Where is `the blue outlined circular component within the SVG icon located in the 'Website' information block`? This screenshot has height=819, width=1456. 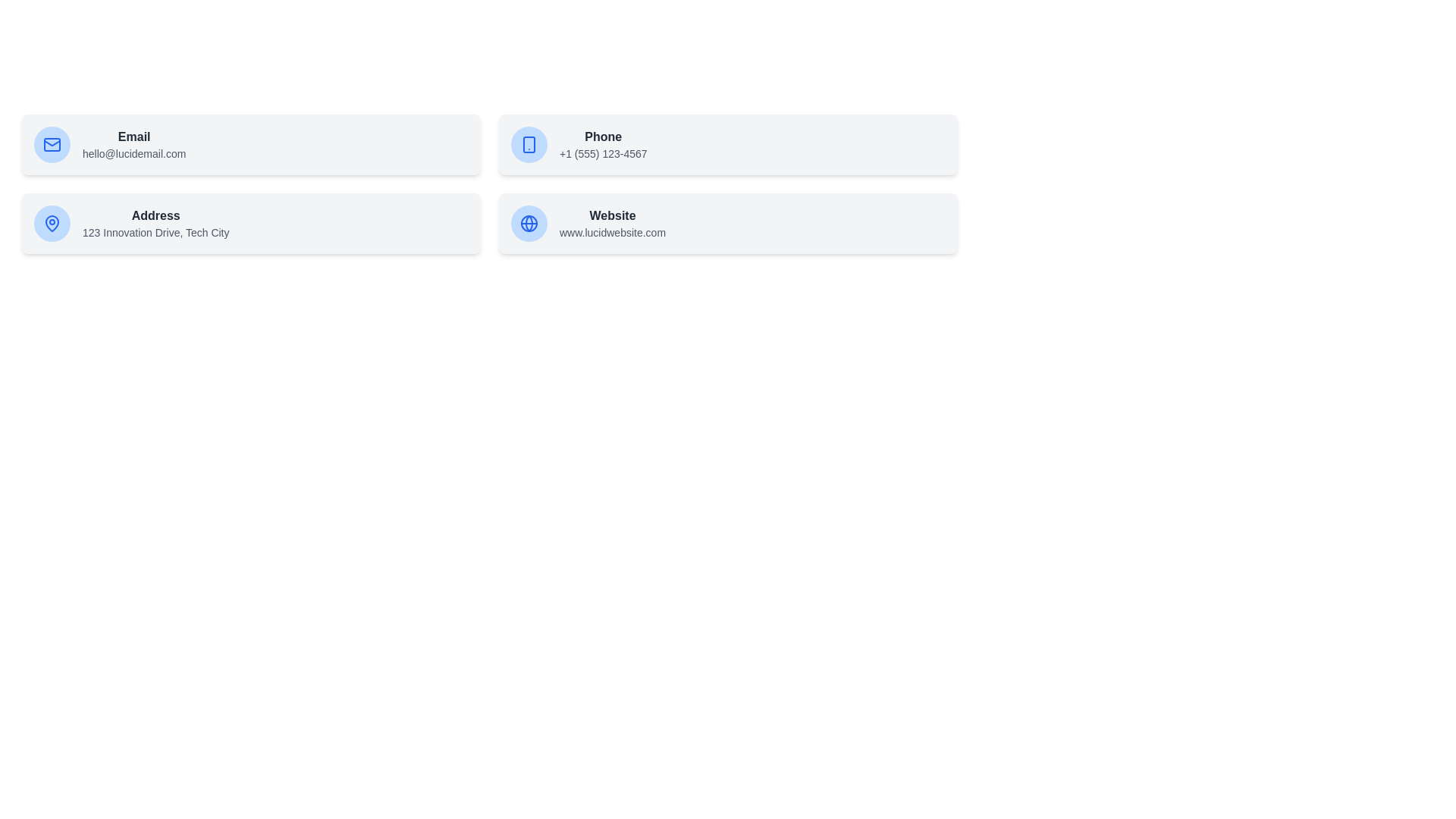 the blue outlined circular component within the SVG icon located in the 'Website' information block is located at coordinates (529, 223).